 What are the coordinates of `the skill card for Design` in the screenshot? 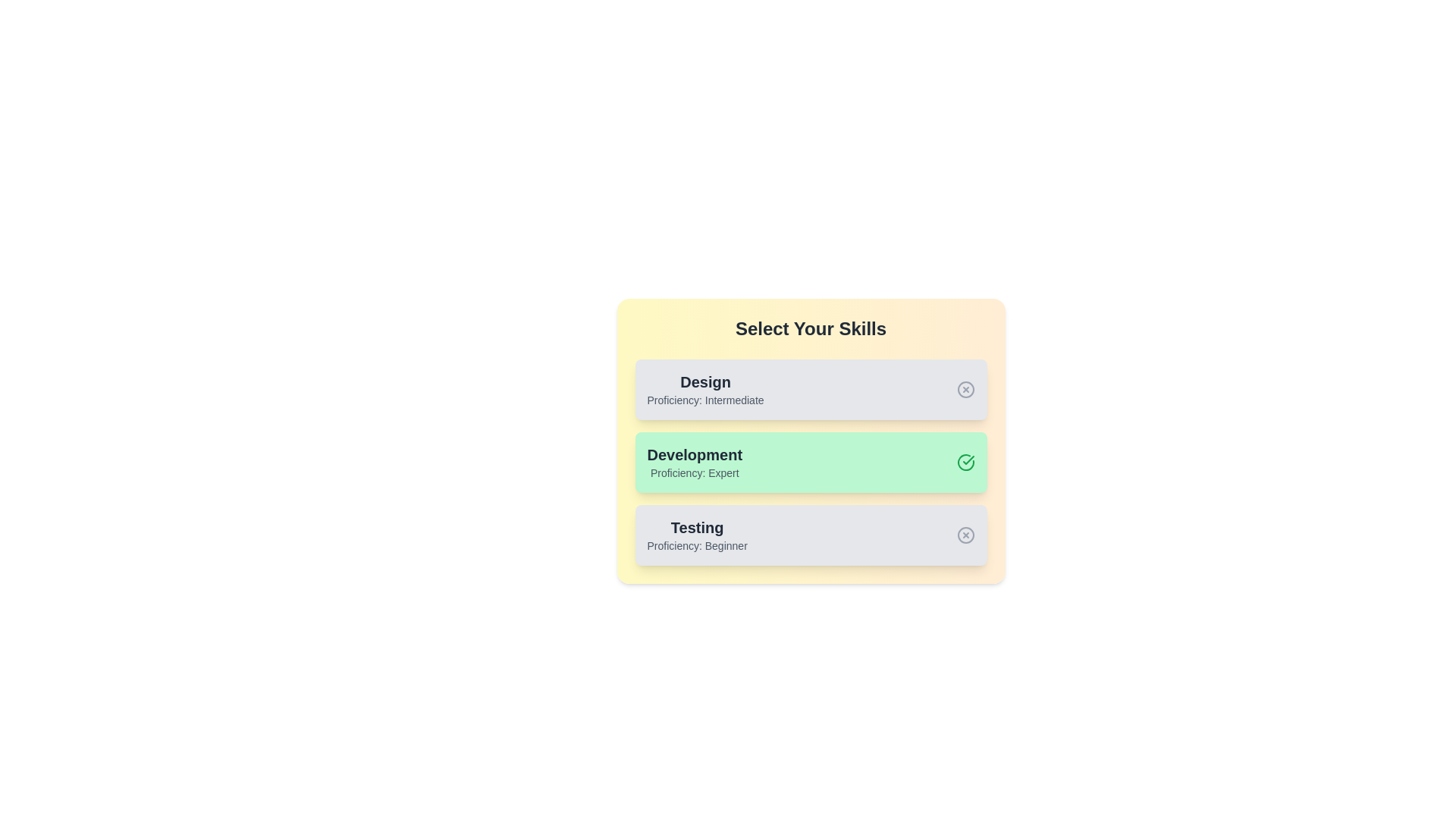 It's located at (810, 388).